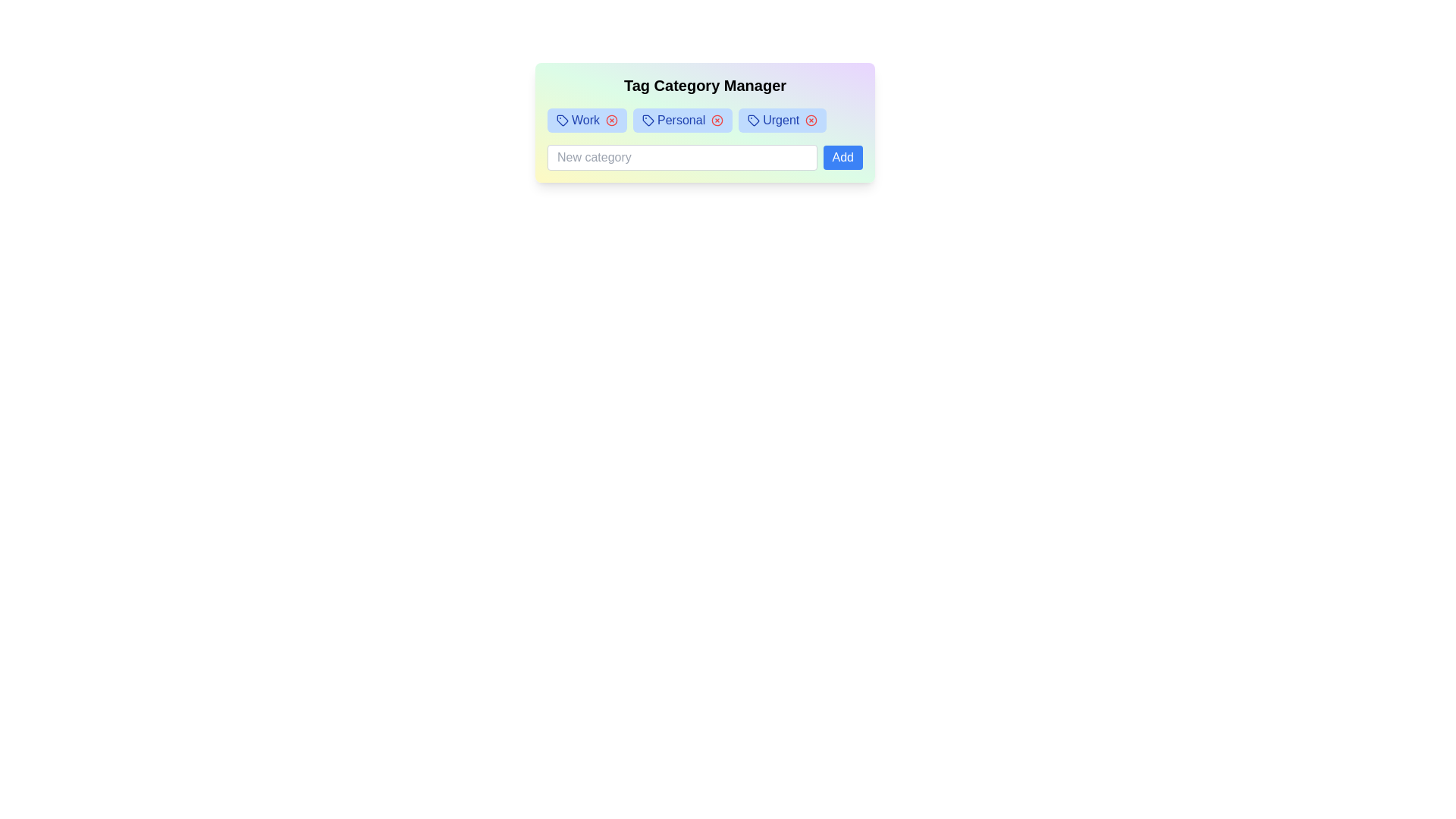 The image size is (1456, 819). Describe the element at coordinates (842, 158) in the screenshot. I see `the 'Add' button with a blue background and white text` at that location.